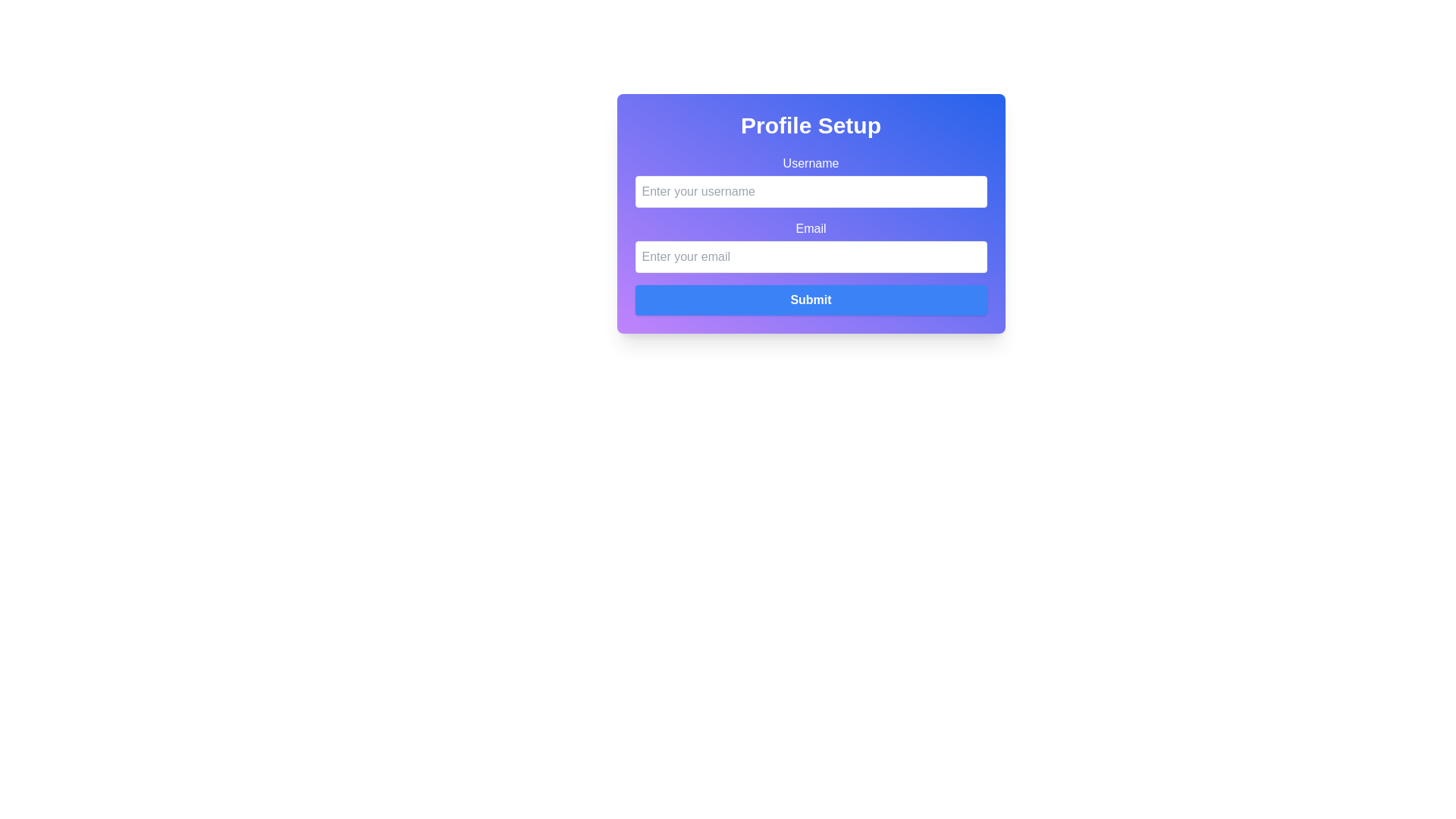 This screenshot has height=819, width=1456. Describe the element at coordinates (810, 300) in the screenshot. I see `the blue rectangular 'Submit' button located at the bottom of the vertical form` at that location.